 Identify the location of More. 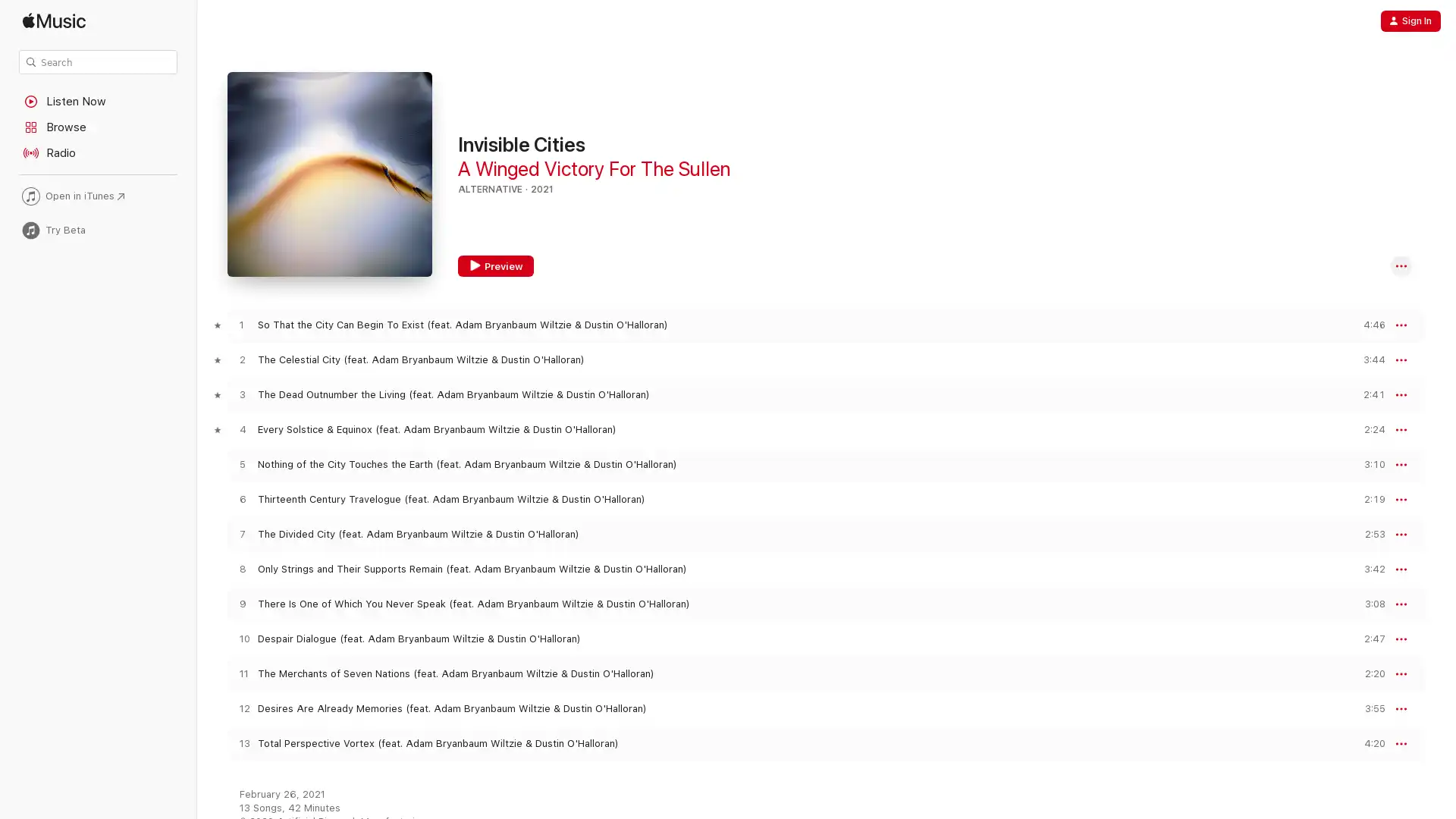
(1401, 639).